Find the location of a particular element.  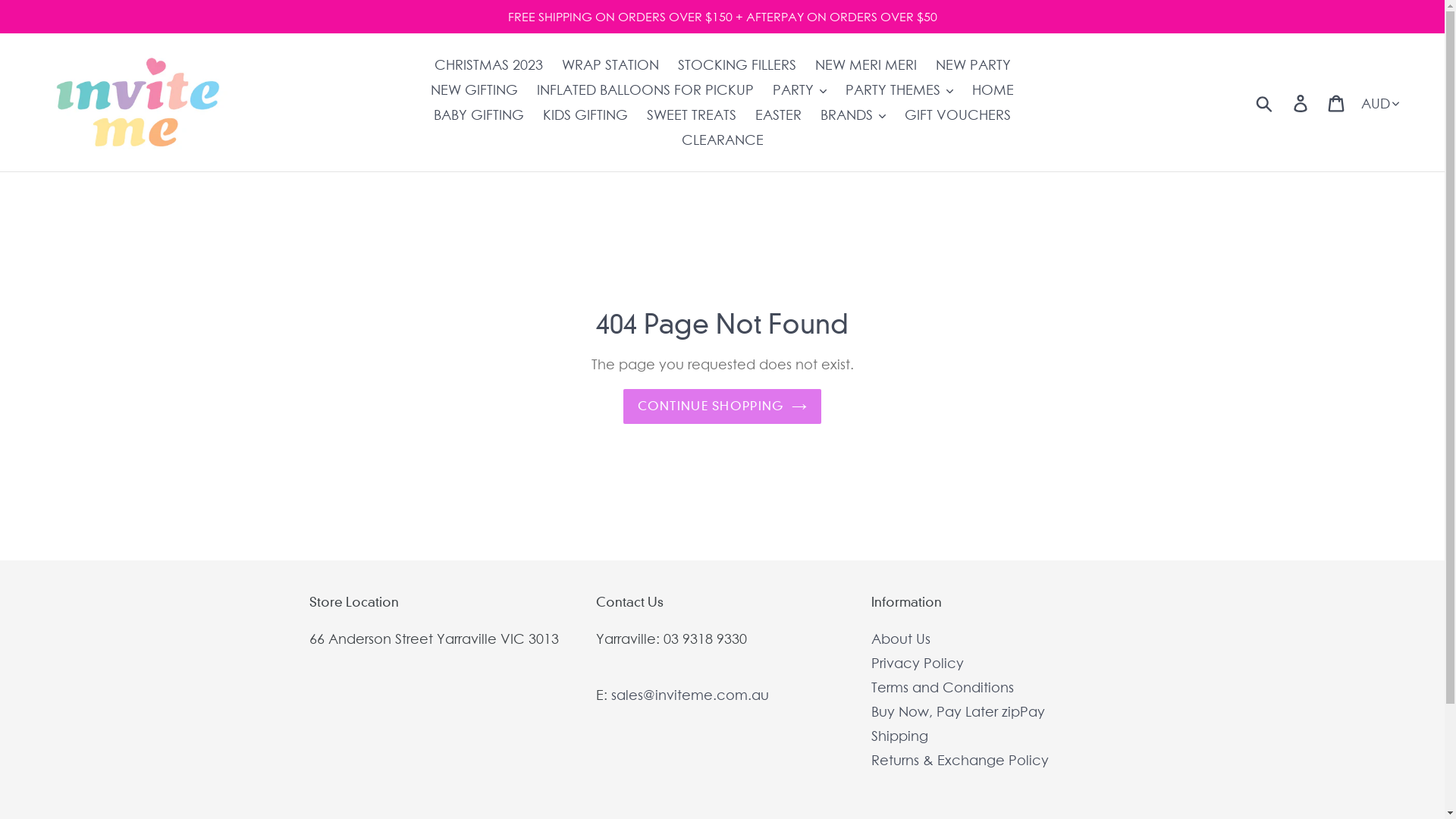

'Cart' is located at coordinates (1337, 102).